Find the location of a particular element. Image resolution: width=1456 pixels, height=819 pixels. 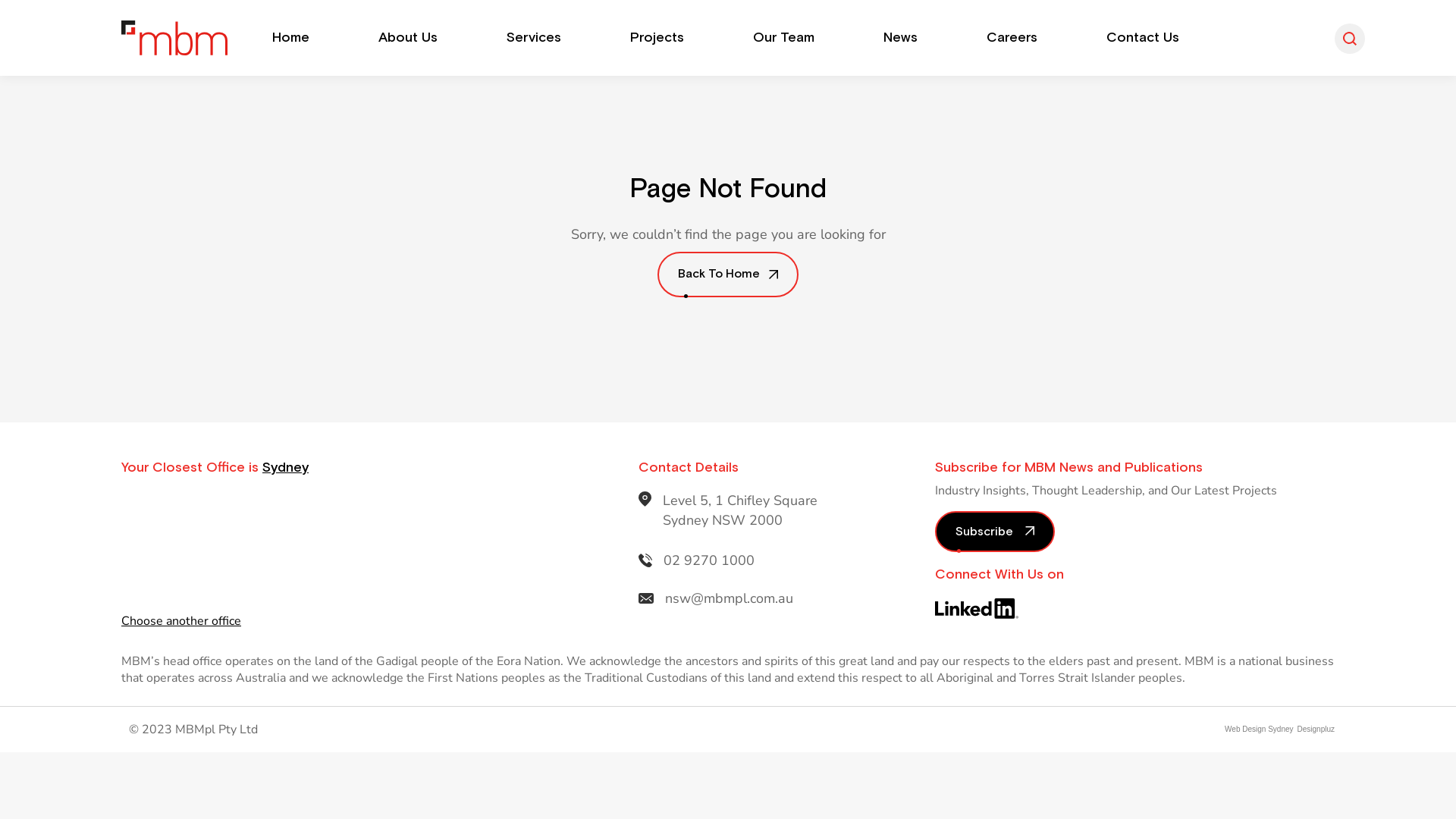

'Designpluz' is located at coordinates (1313, 728).